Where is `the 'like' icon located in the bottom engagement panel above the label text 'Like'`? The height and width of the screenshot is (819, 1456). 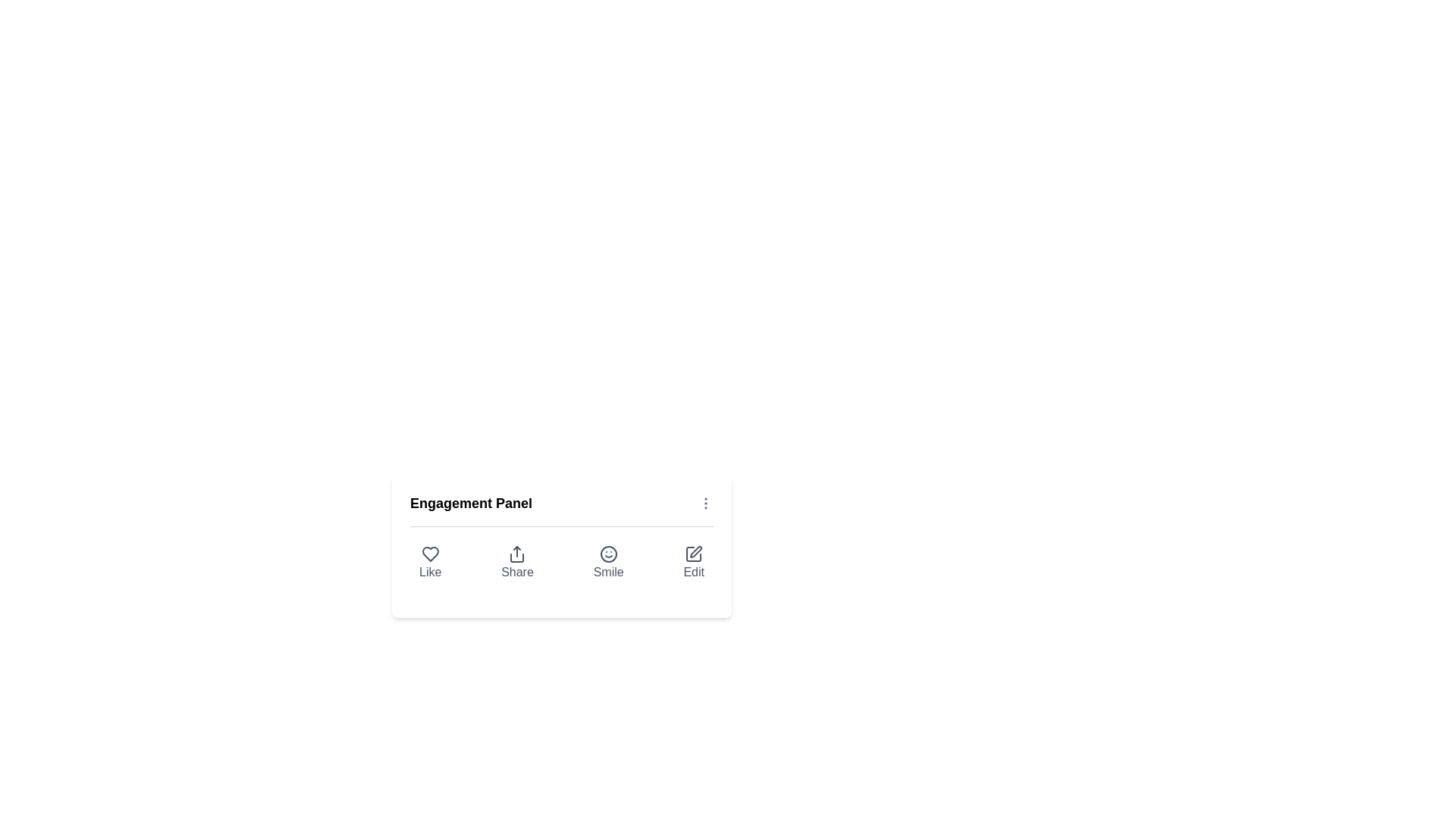
the 'like' icon located in the bottom engagement panel above the label text 'Like' is located at coordinates (429, 554).